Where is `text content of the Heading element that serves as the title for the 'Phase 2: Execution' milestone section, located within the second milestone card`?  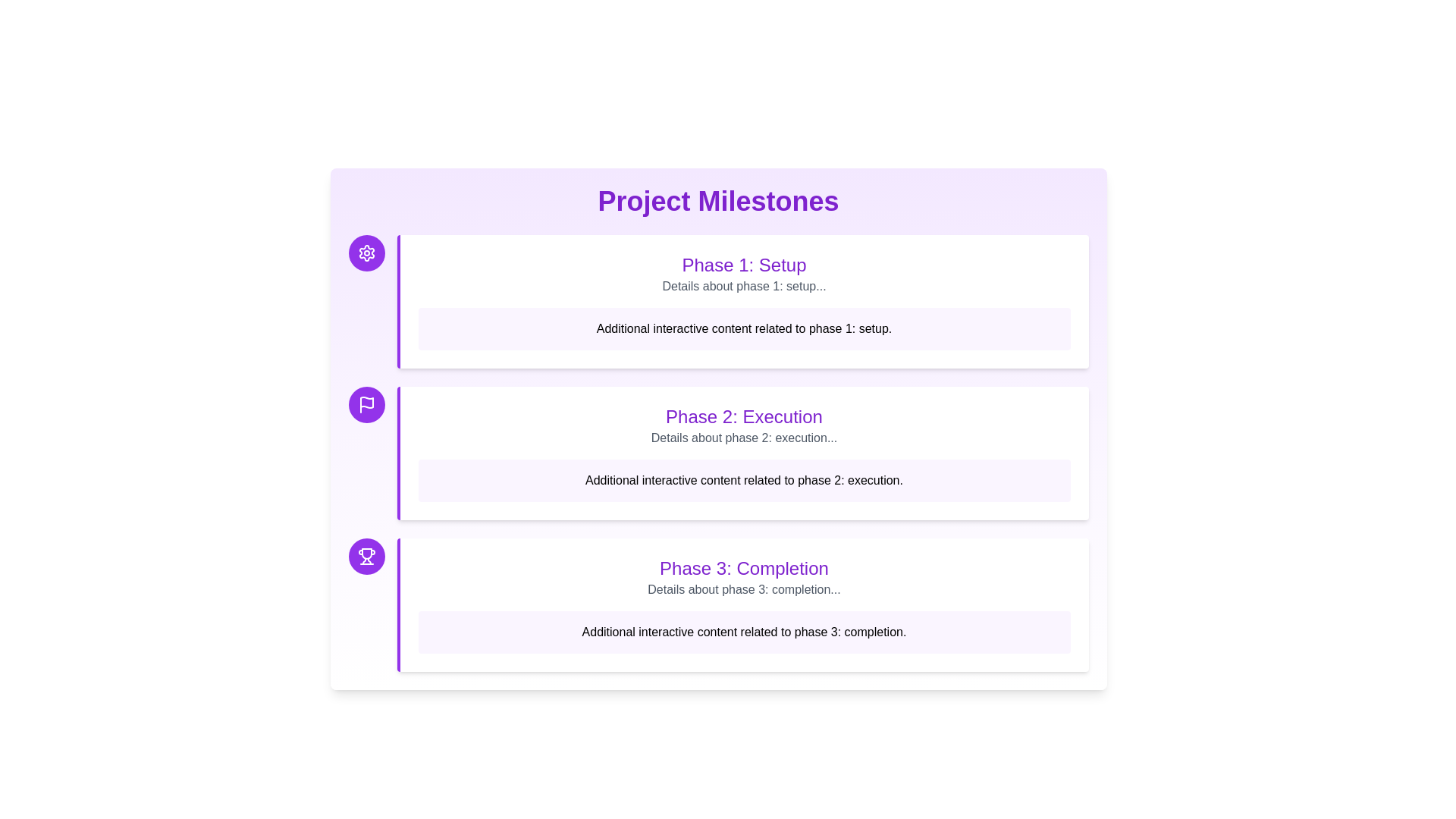
text content of the Heading element that serves as the title for the 'Phase 2: Execution' milestone section, located within the second milestone card is located at coordinates (744, 417).